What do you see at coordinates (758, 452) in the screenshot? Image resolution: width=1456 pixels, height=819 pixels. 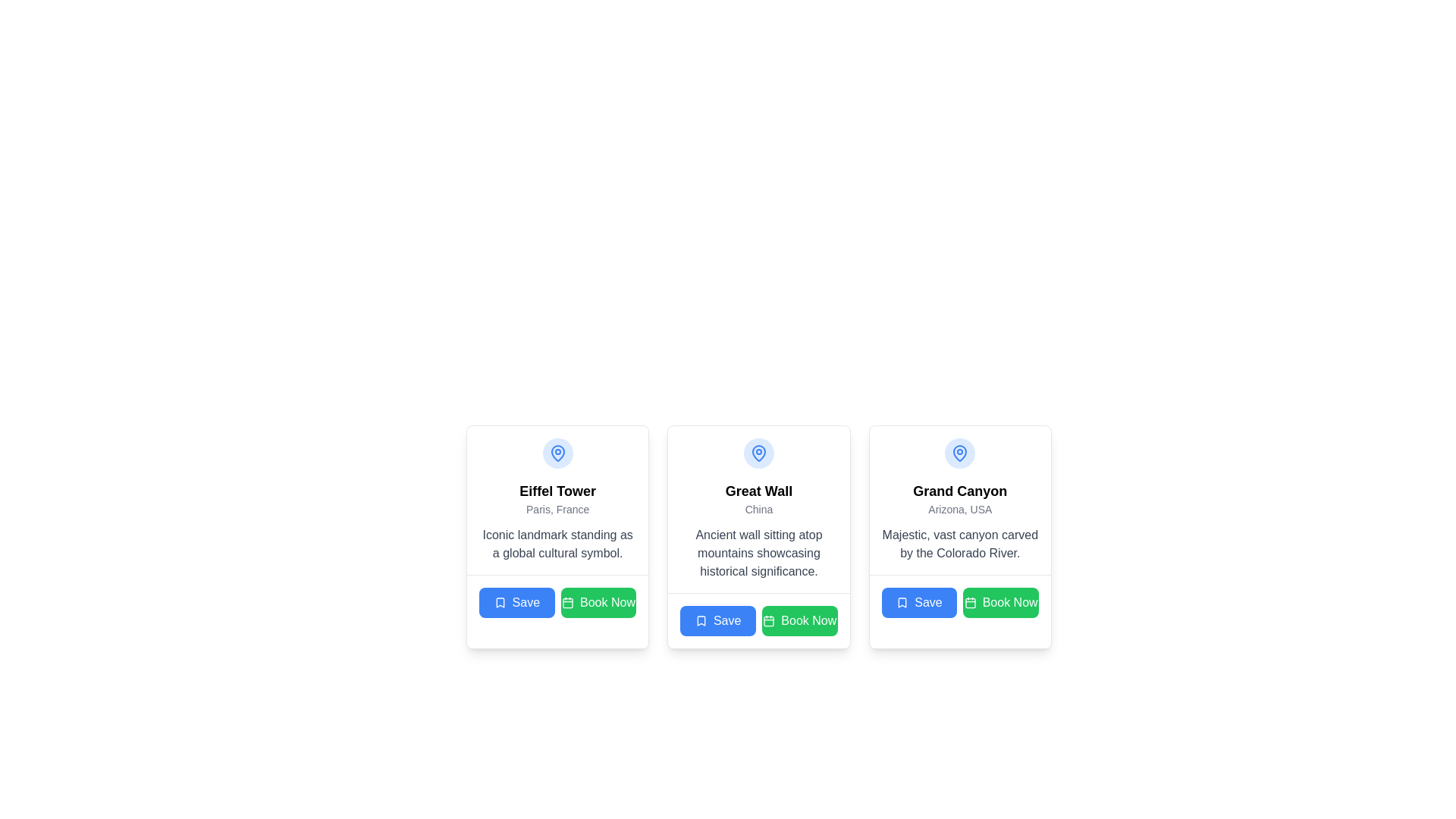 I see `the inner heart-shaped part of the location pin icon, which is filled with a gradient color from blue to light blue, positioned above the 'Great Wall' card in the interface` at bounding box center [758, 452].